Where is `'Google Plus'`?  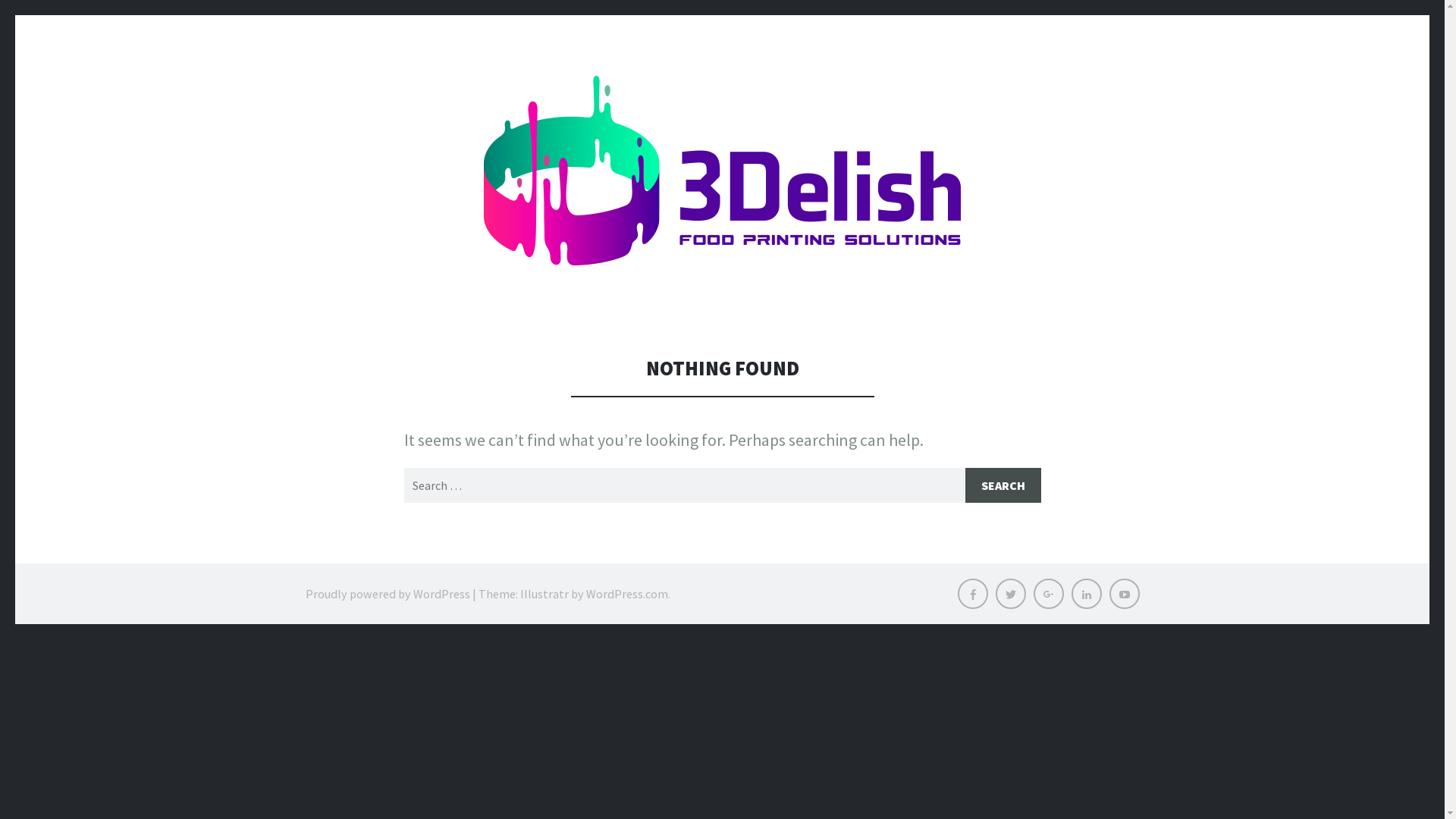
'Google Plus' is located at coordinates (1047, 593).